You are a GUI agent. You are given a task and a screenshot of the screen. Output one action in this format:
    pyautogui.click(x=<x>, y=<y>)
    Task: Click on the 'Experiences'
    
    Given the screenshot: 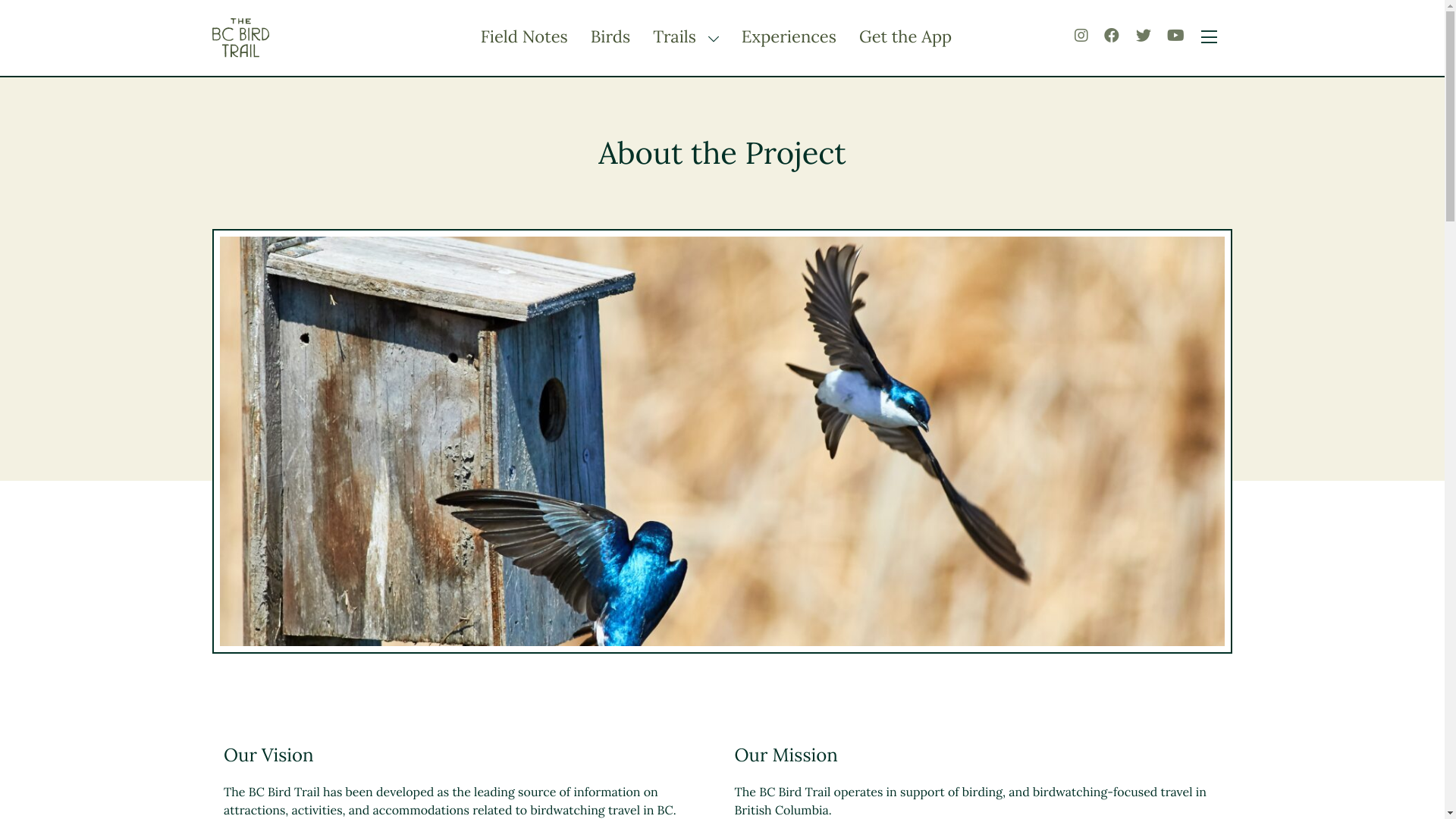 What is the action you would take?
    pyautogui.click(x=789, y=36)
    